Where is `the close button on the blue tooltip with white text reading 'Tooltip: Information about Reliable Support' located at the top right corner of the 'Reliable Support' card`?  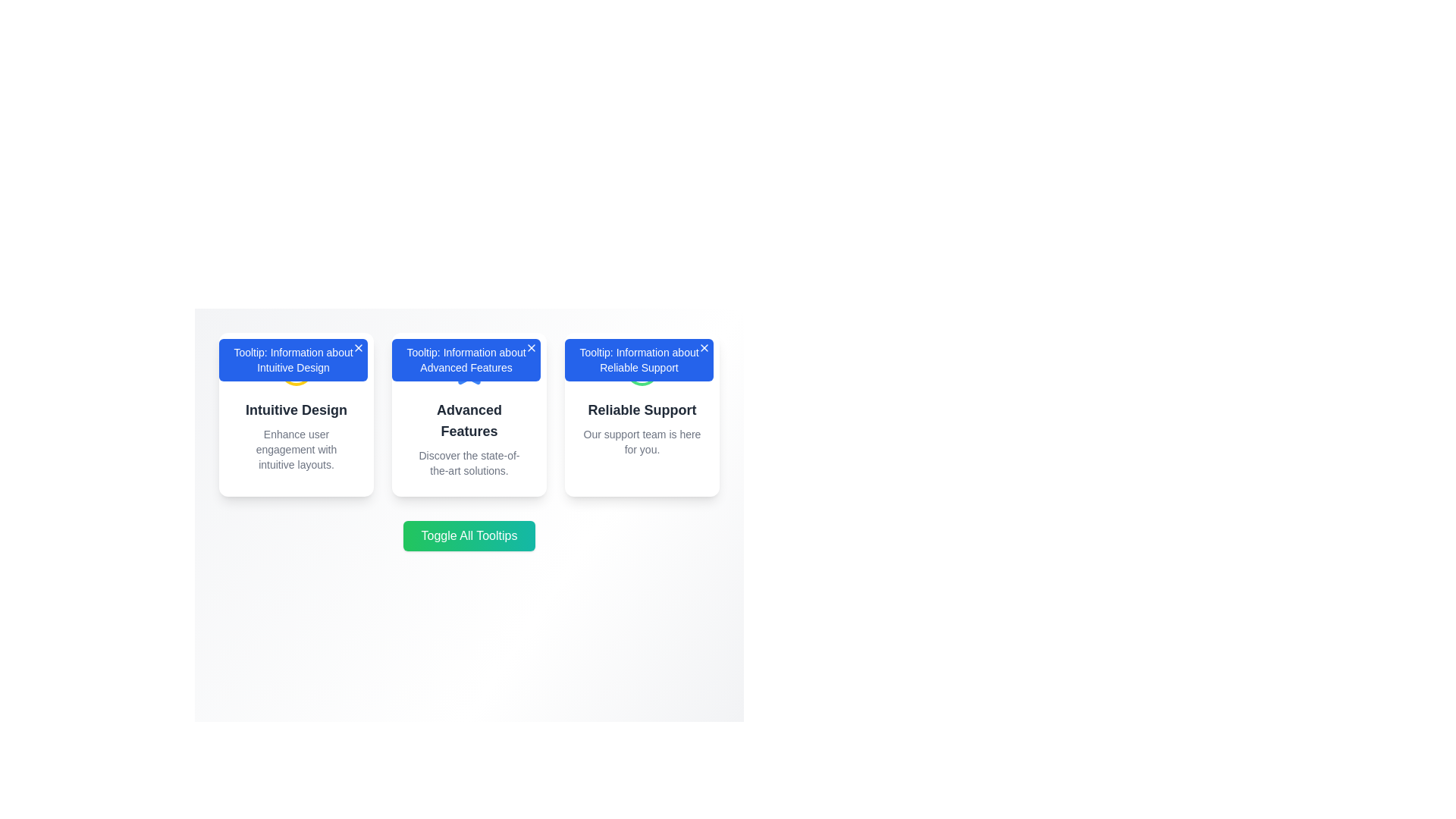 the close button on the blue tooltip with white text reading 'Tooltip: Information about Reliable Support' located at the top right corner of the 'Reliable Support' card is located at coordinates (639, 359).